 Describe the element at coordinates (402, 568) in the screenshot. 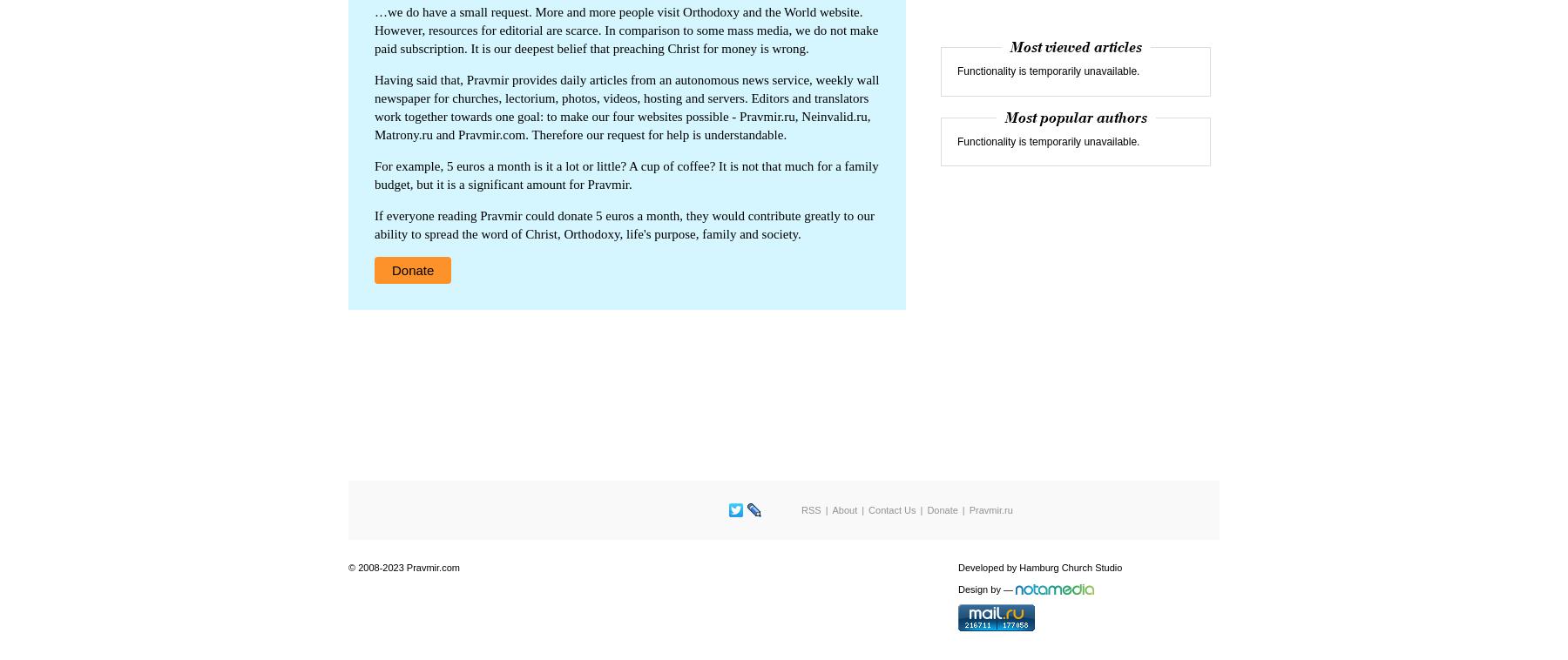

I see `'© 2008-2023 Pravmir.com'` at that location.